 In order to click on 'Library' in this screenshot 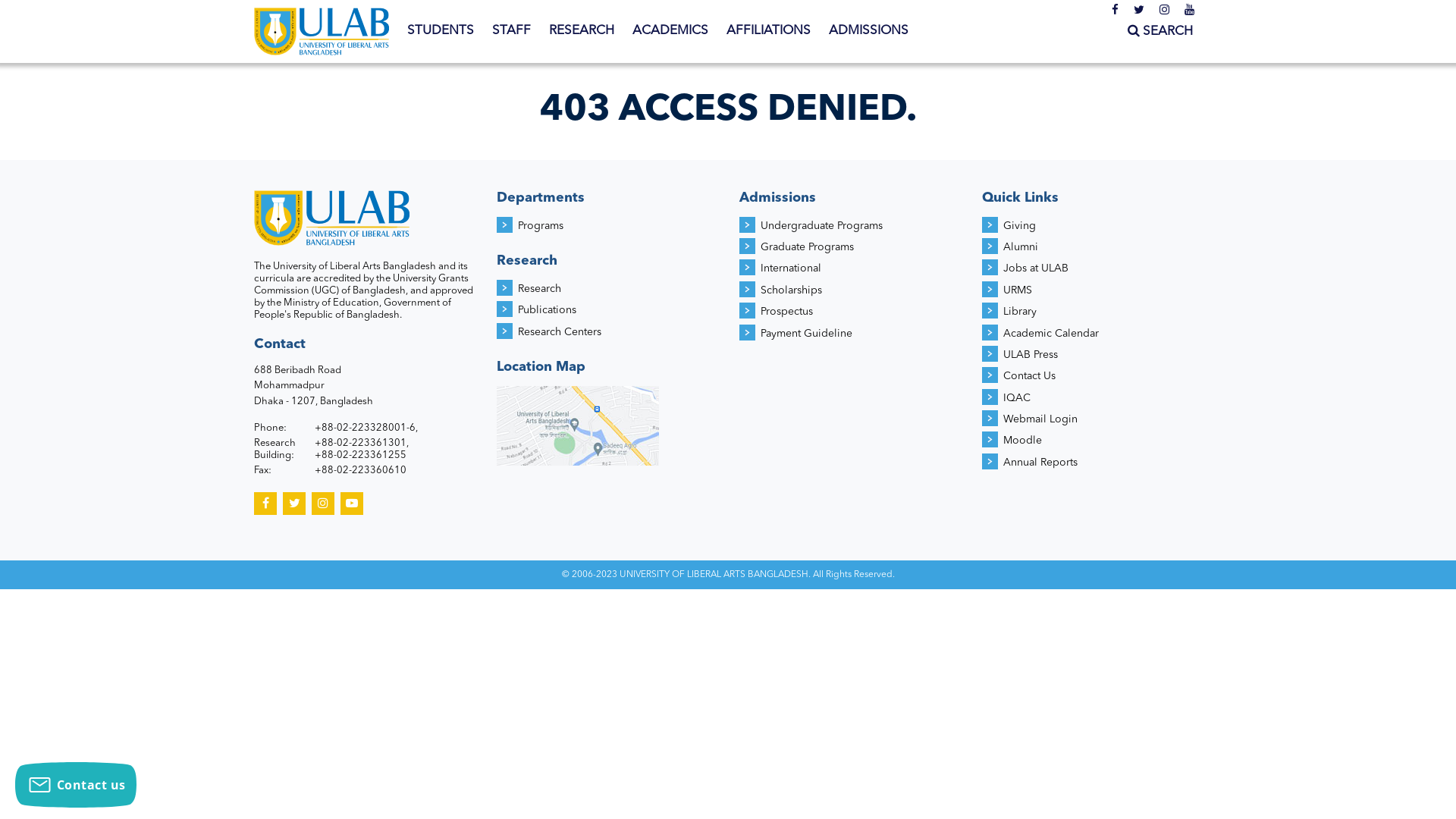, I will do `click(1019, 311)`.